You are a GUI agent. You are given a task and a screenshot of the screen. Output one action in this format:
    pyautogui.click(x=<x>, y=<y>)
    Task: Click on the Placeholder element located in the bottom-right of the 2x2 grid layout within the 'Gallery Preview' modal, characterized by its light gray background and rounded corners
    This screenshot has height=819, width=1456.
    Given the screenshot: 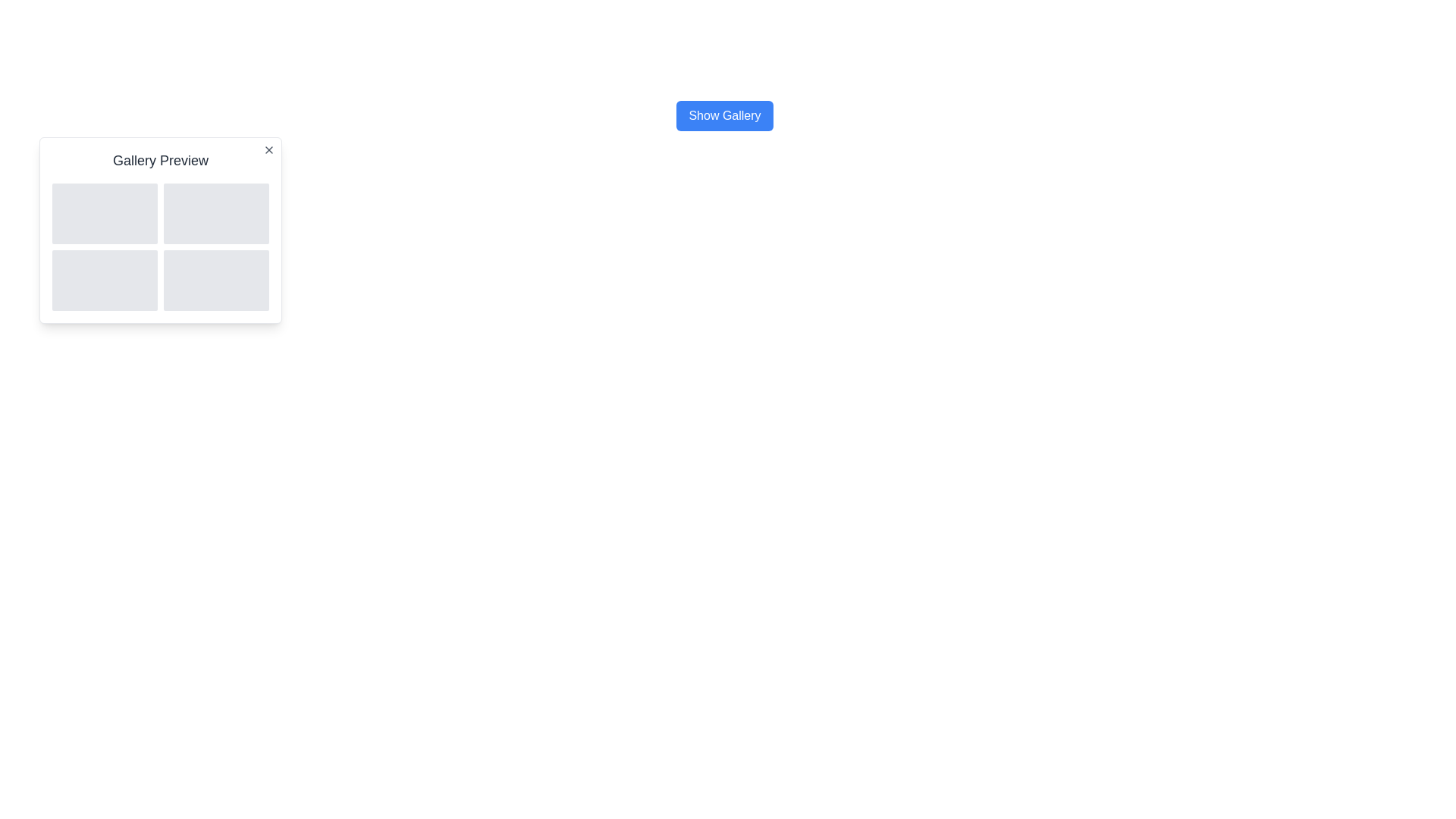 What is the action you would take?
    pyautogui.click(x=215, y=281)
    